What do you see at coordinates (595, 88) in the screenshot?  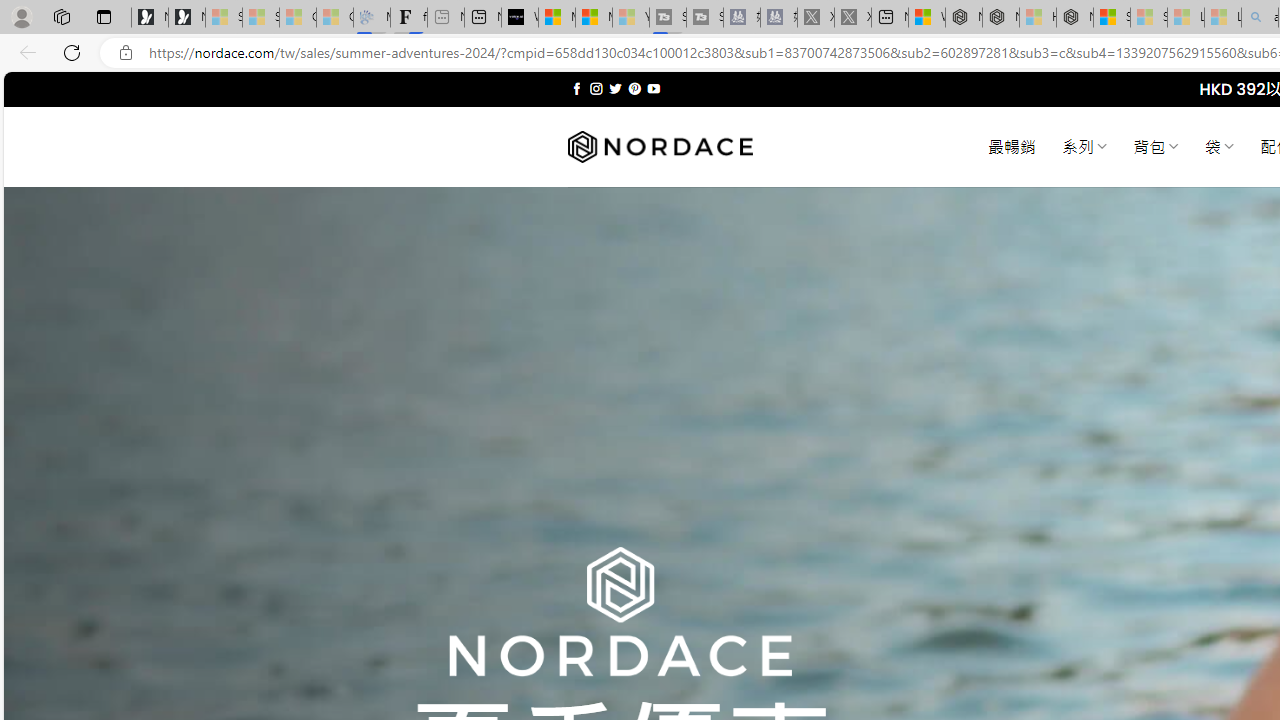 I see `'Follow on Instagram'` at bounding box center [595, 88].